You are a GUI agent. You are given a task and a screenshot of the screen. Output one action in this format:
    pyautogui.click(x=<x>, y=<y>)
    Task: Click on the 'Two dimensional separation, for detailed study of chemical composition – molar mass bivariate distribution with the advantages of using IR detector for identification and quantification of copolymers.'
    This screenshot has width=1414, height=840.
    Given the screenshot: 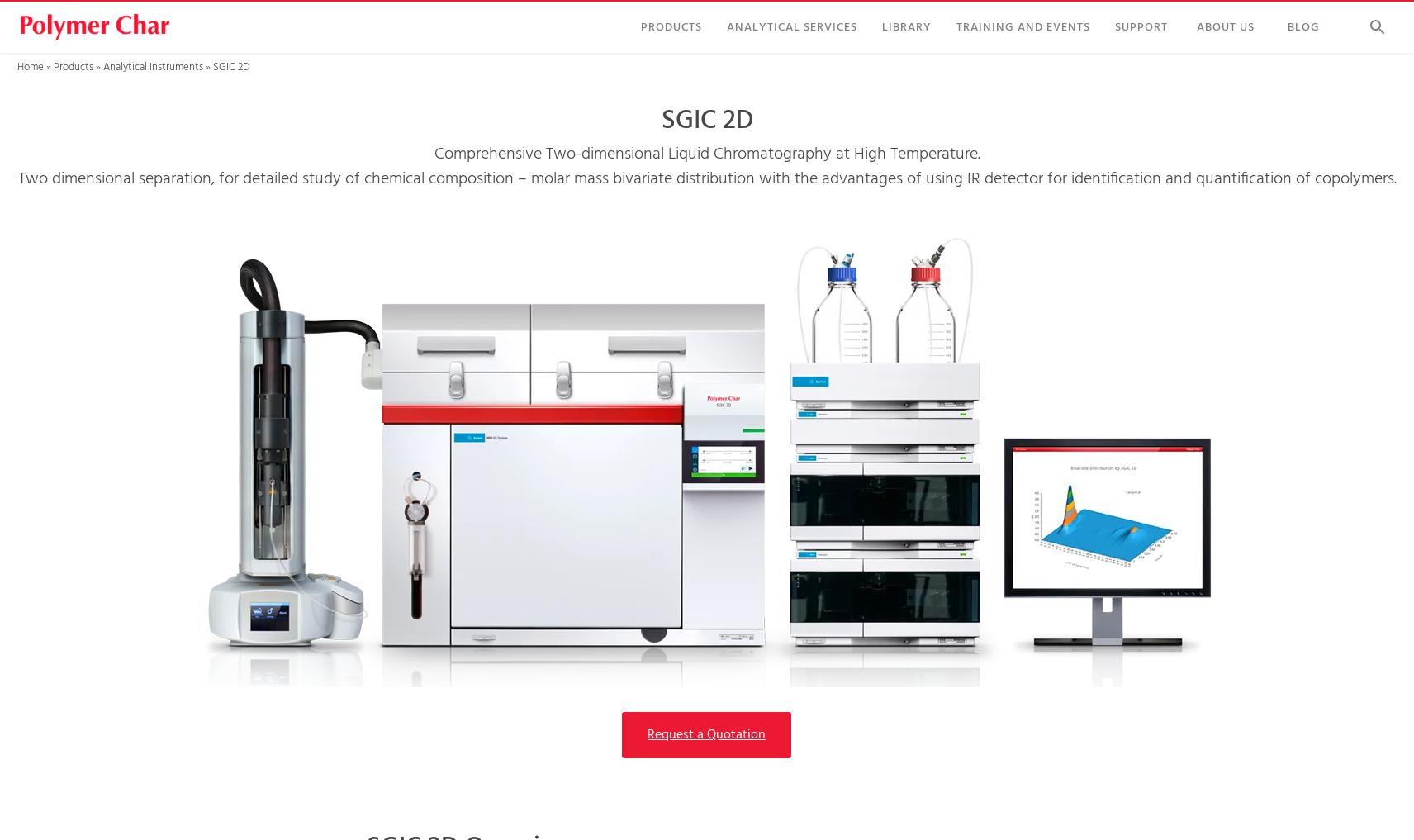 What is the action you would take?
    pyautogui.click(x=706, y=178)
    